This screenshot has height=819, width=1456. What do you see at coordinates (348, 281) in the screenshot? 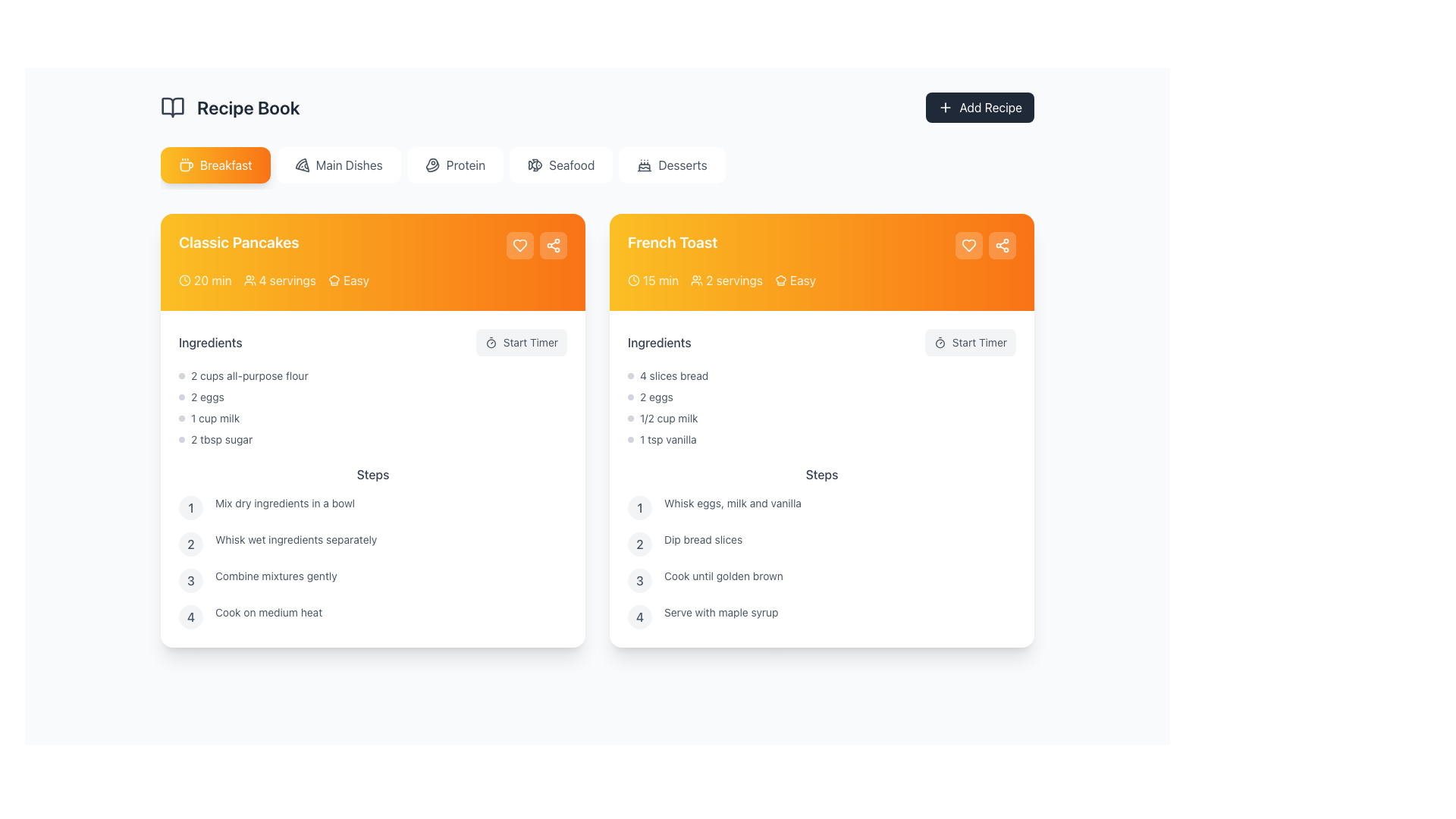
I see `the 'Easy' label with a hat icon located in the top-right corner of the 'Classic Pancakes' card` at bounding box center [348, 281].